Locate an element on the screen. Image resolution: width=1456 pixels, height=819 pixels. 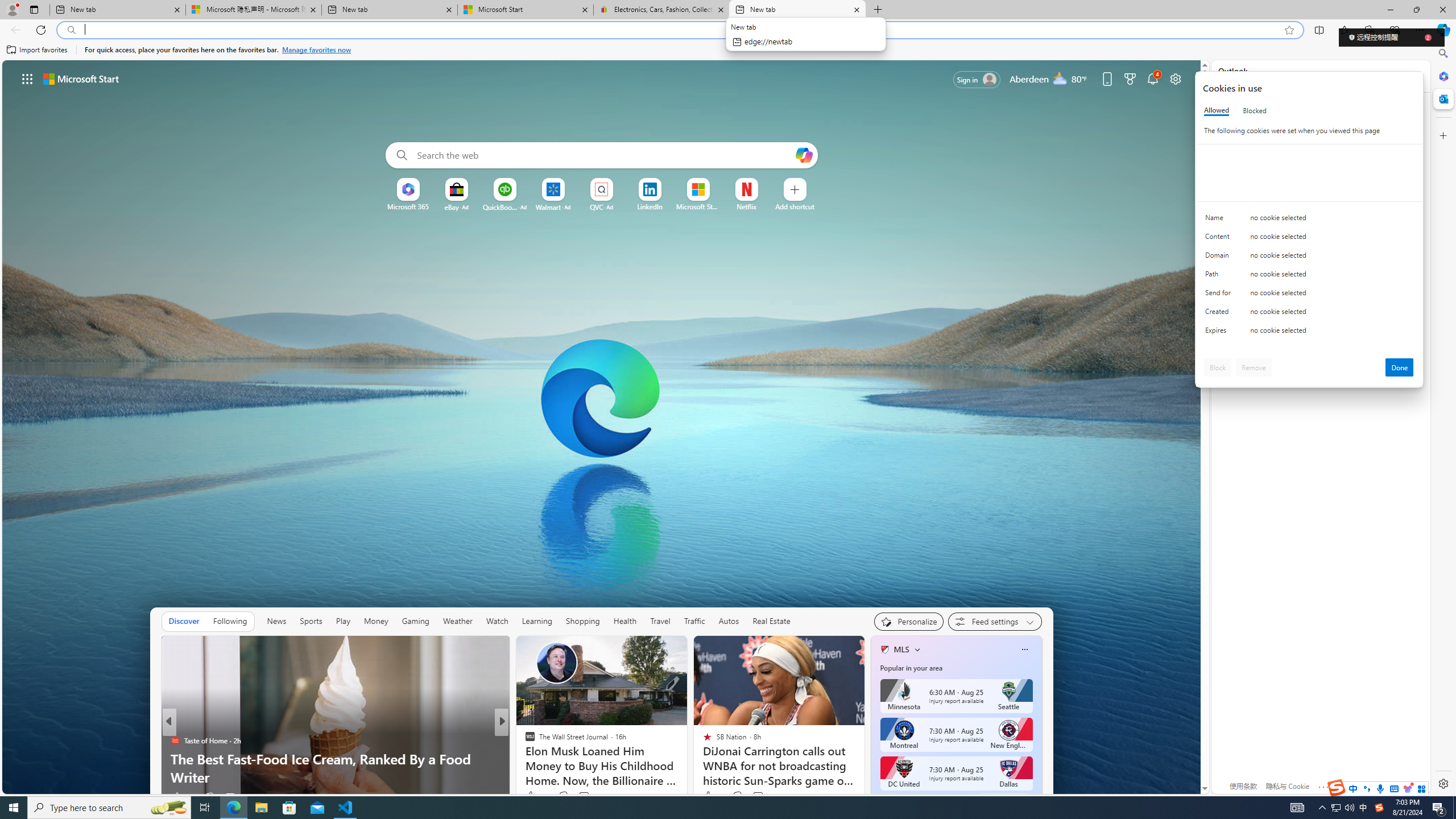
'Content' is located at coordinates (1219, 239).